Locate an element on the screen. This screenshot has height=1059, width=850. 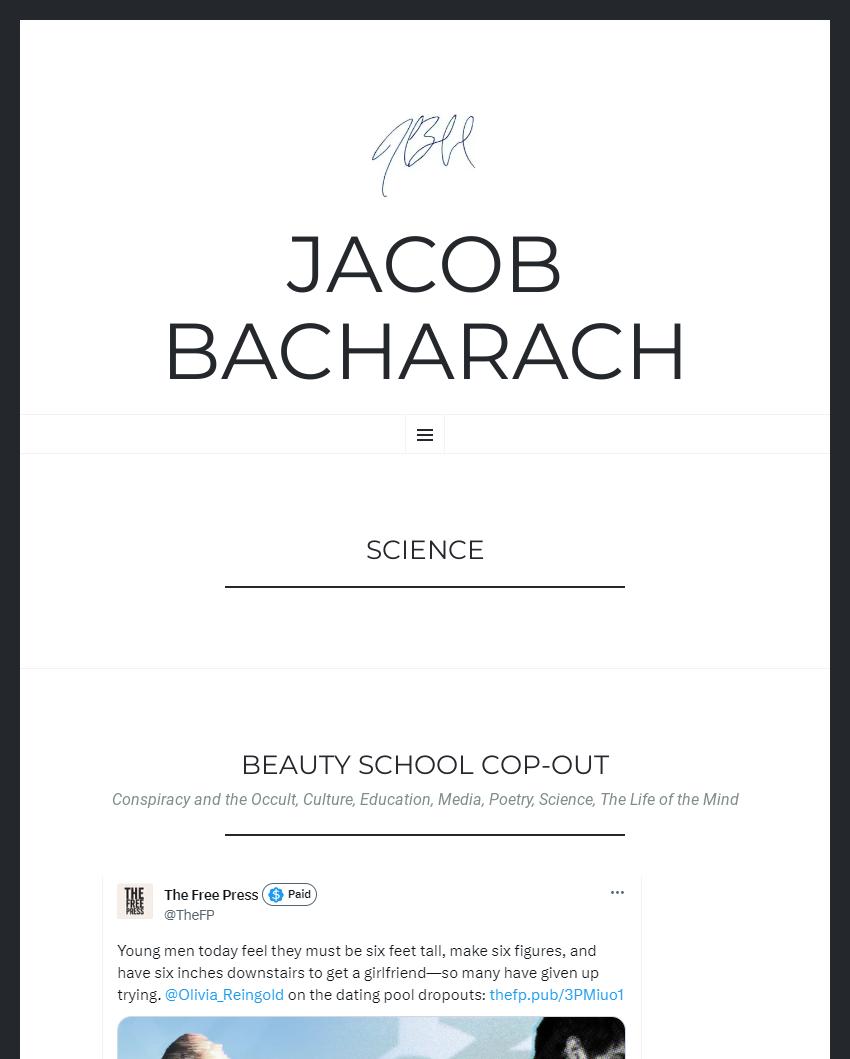
'The Life of the Mind' is located at coordinates (597, 797).